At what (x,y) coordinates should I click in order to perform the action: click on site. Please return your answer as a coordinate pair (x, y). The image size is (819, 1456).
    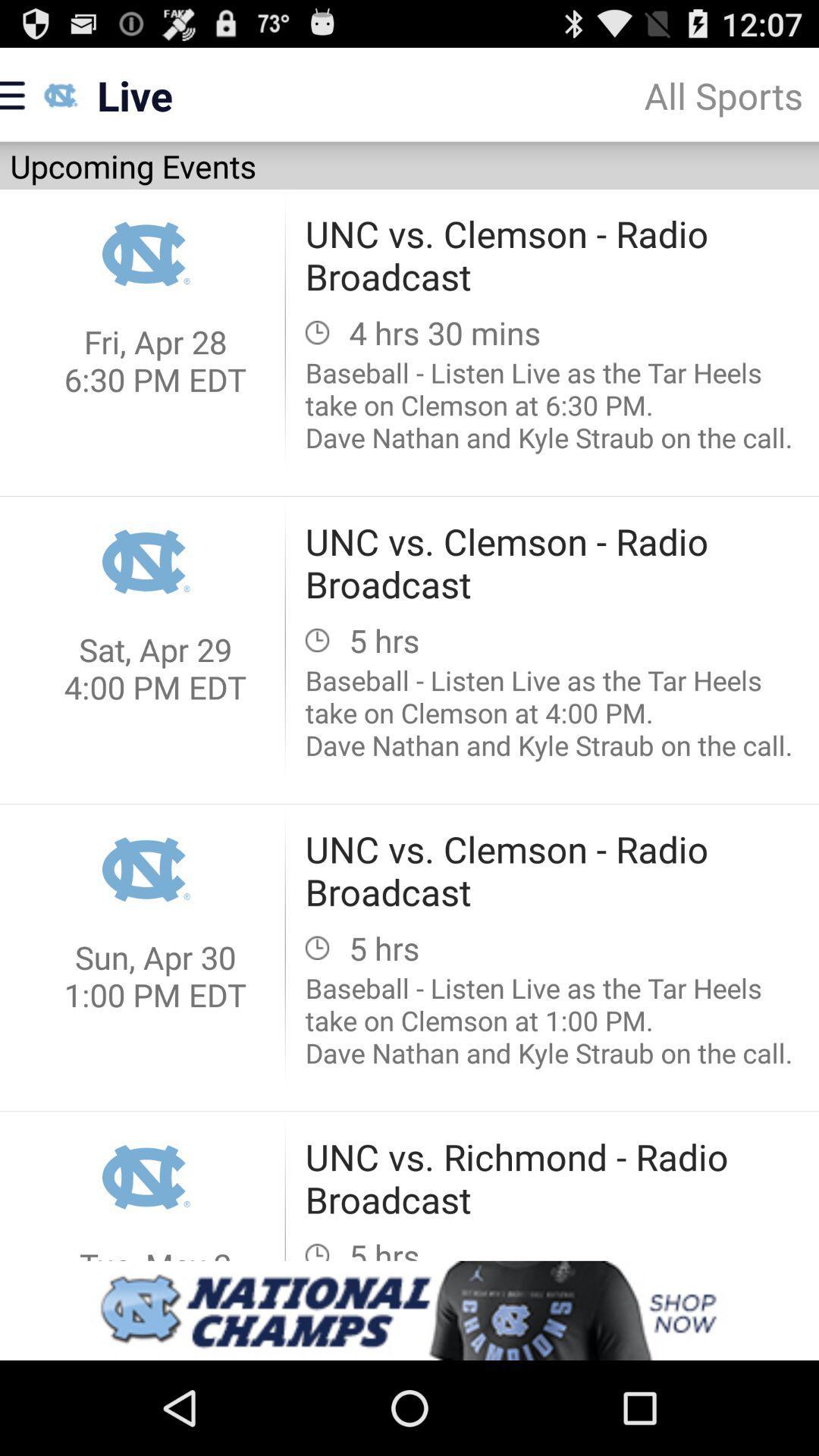
    Looking at the image, I should click on (409, 1310).